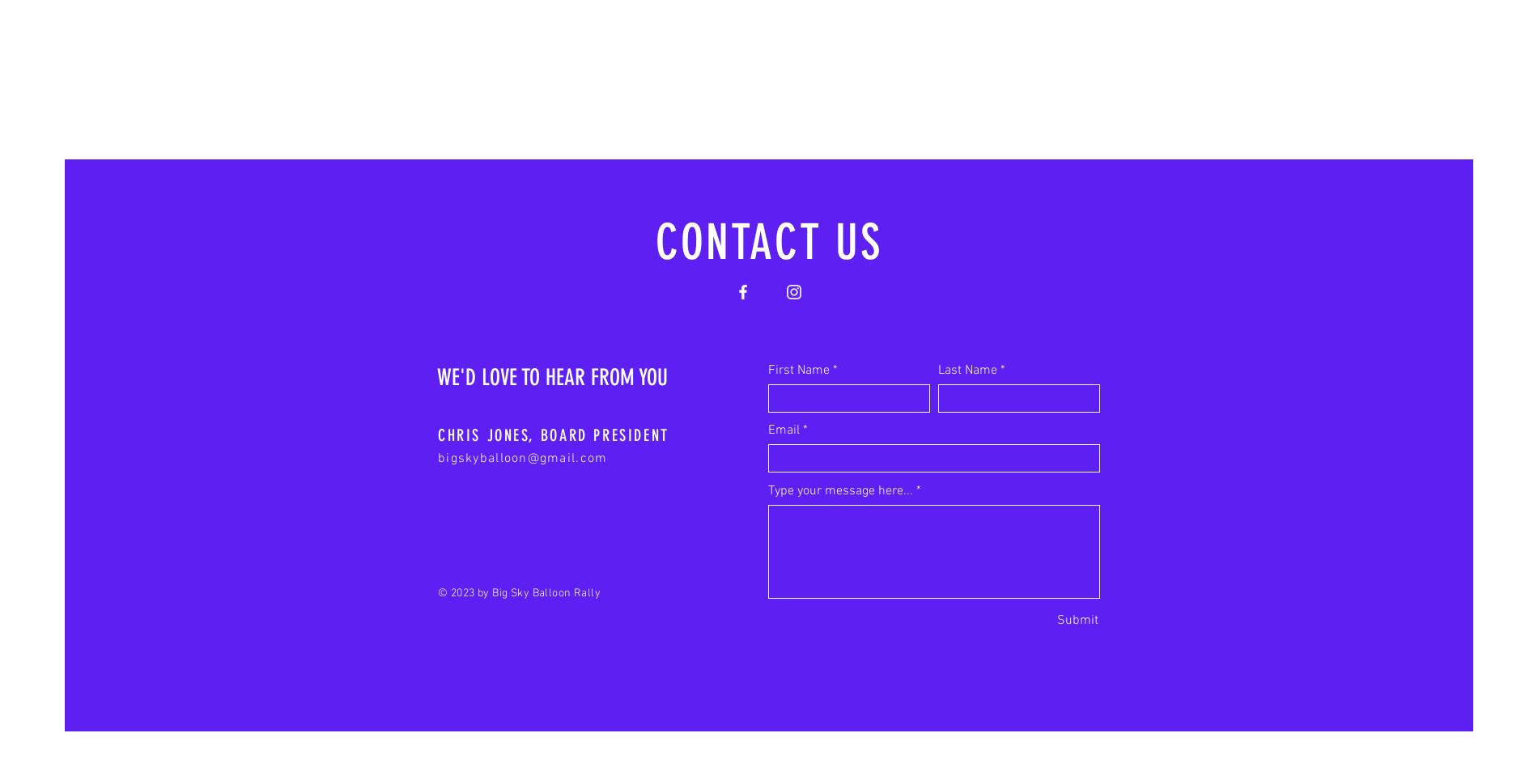 The height and width of the screenshot is (784, 1538). What do you see at coordinates (767, 242) in the screenshot?
I see `'CONTACT US'` at bounding box center [767, 242].